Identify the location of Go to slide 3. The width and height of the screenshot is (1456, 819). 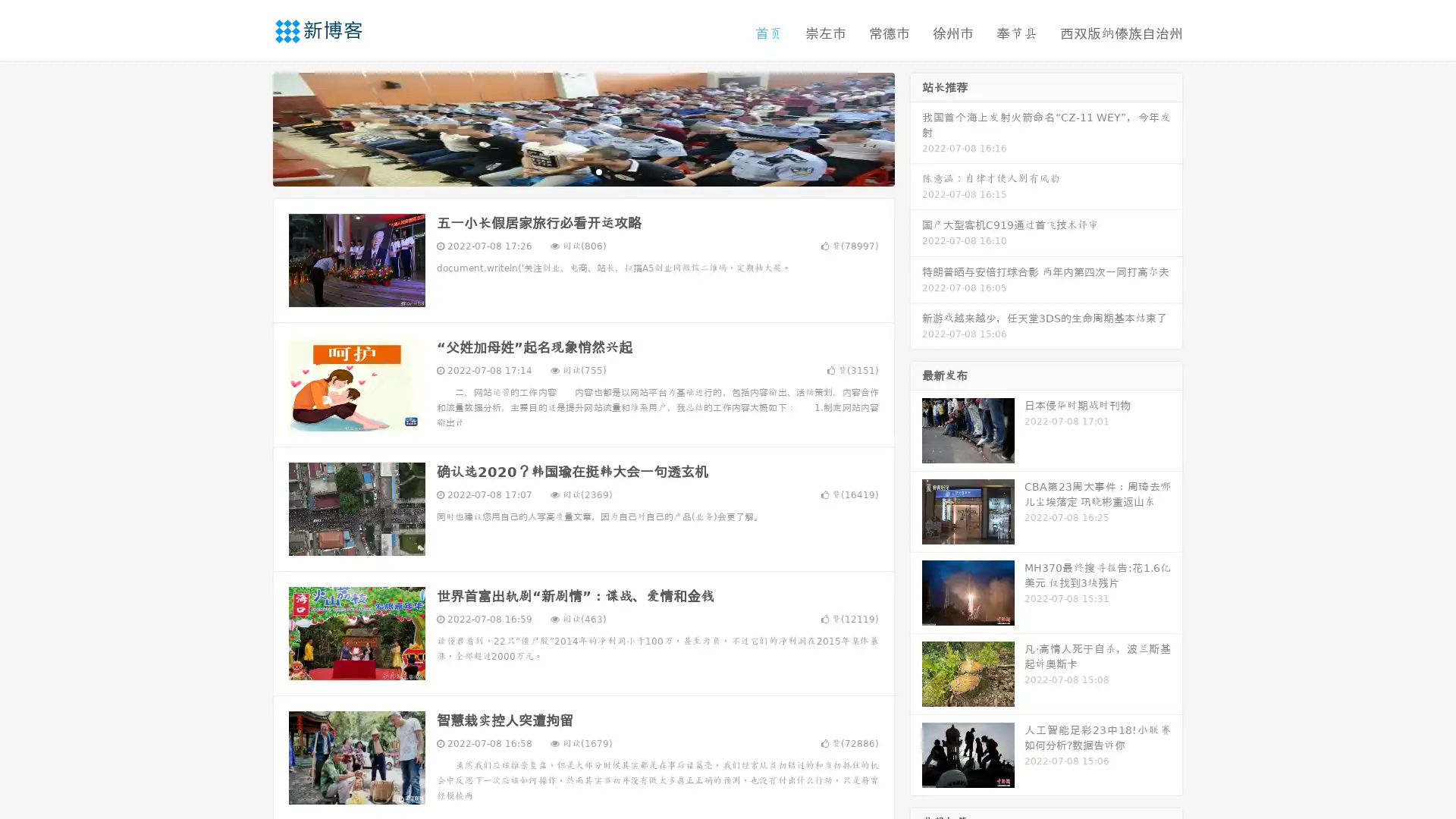
(598, 171).